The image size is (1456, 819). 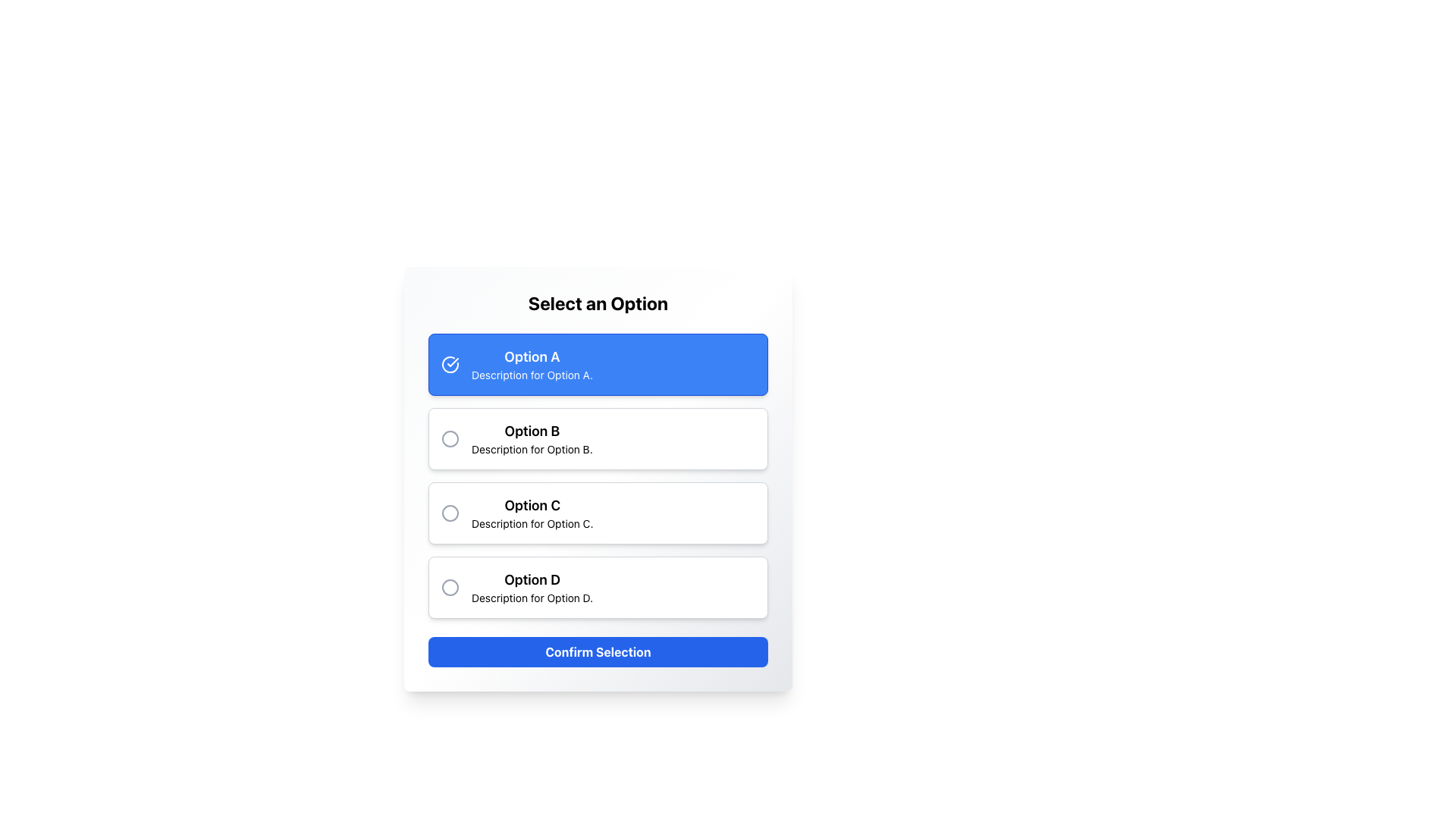 I want to click on the selectable item labeled 'Option B' with associated description, so click(x=532, y=438).